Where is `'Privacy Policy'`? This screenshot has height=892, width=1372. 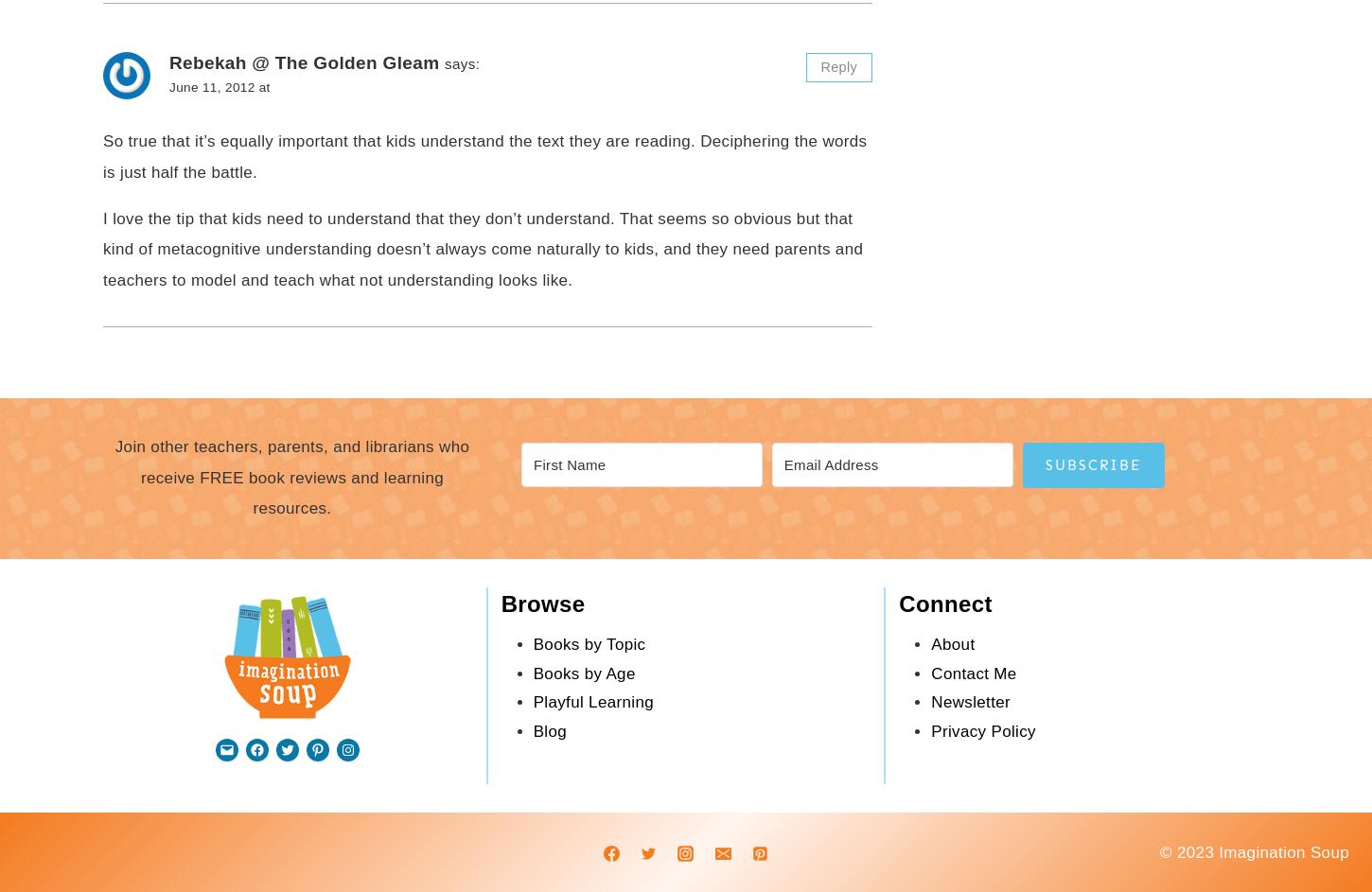 'Privacy Policy' is located at coordinates (983, 730).